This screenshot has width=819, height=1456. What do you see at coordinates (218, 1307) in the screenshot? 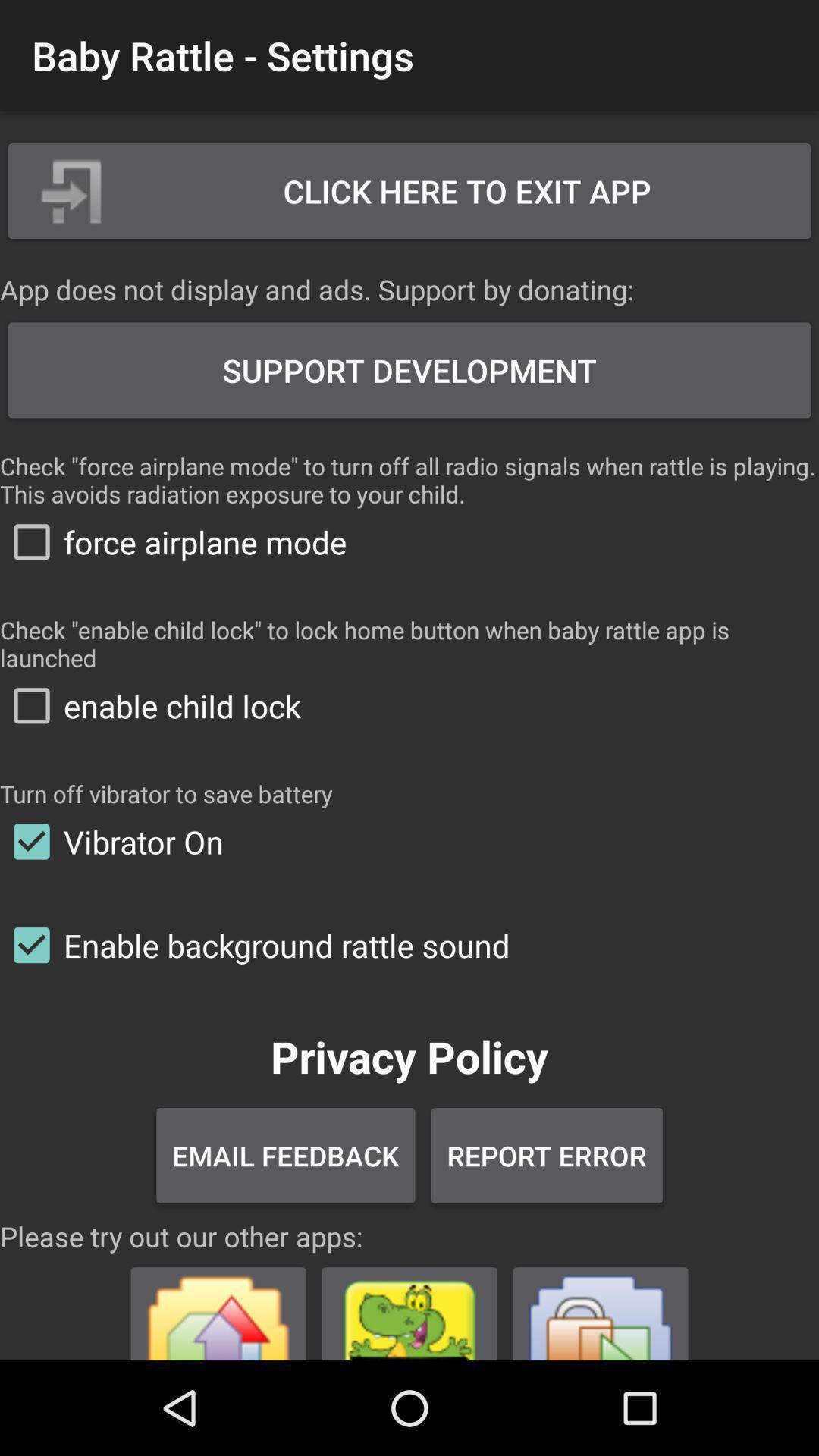
I see `the wallpaper icon` at bounding box center [218, 1307].